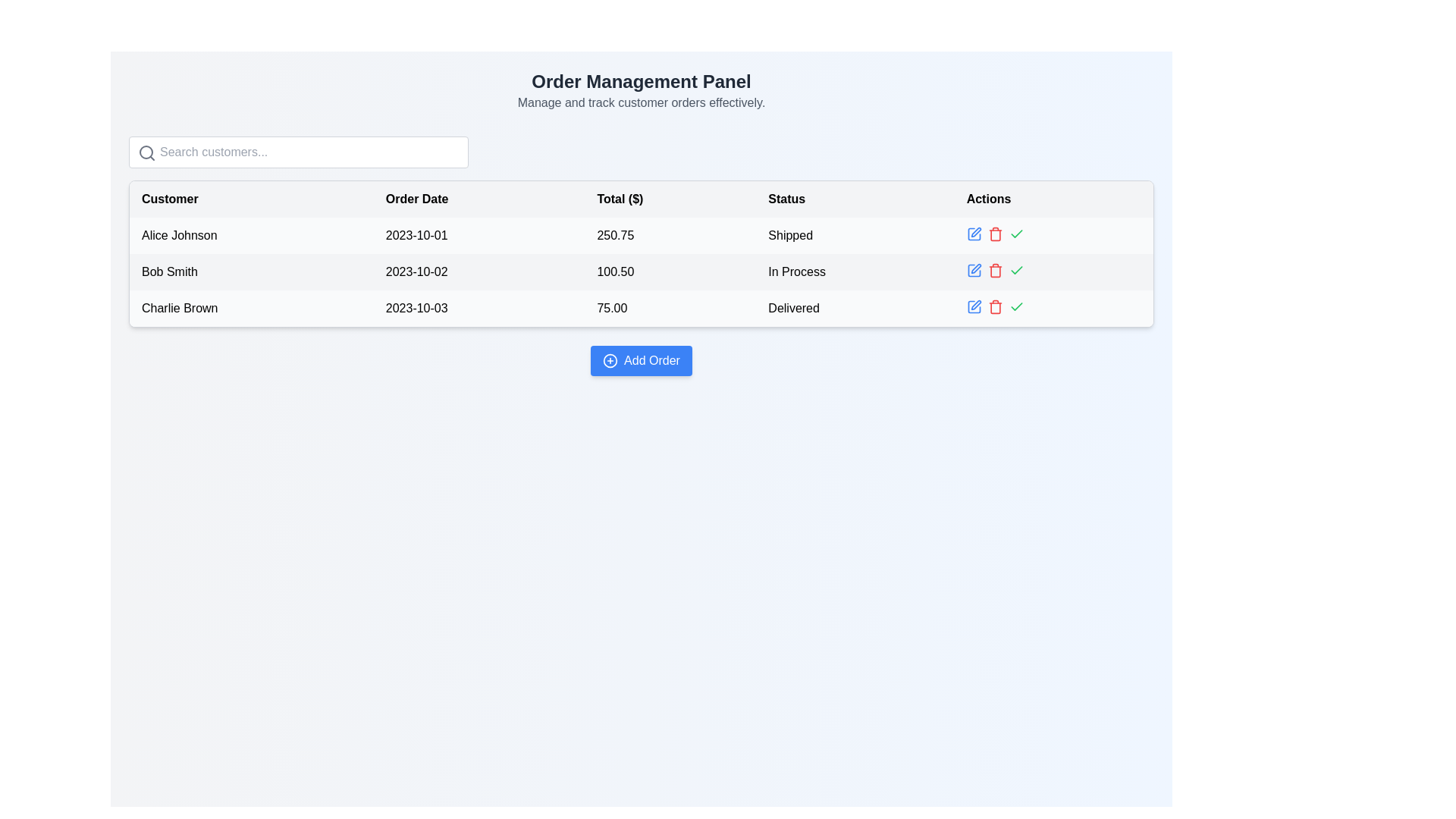 Image resolution: width=1456 pixels, height=819 pixels. What do you see at coordinates (298, 152) in the screenshot?
I see `inside the search input field located beneath the 'Order Management Panel' title to focus on it` at bounding box center [298, 152].